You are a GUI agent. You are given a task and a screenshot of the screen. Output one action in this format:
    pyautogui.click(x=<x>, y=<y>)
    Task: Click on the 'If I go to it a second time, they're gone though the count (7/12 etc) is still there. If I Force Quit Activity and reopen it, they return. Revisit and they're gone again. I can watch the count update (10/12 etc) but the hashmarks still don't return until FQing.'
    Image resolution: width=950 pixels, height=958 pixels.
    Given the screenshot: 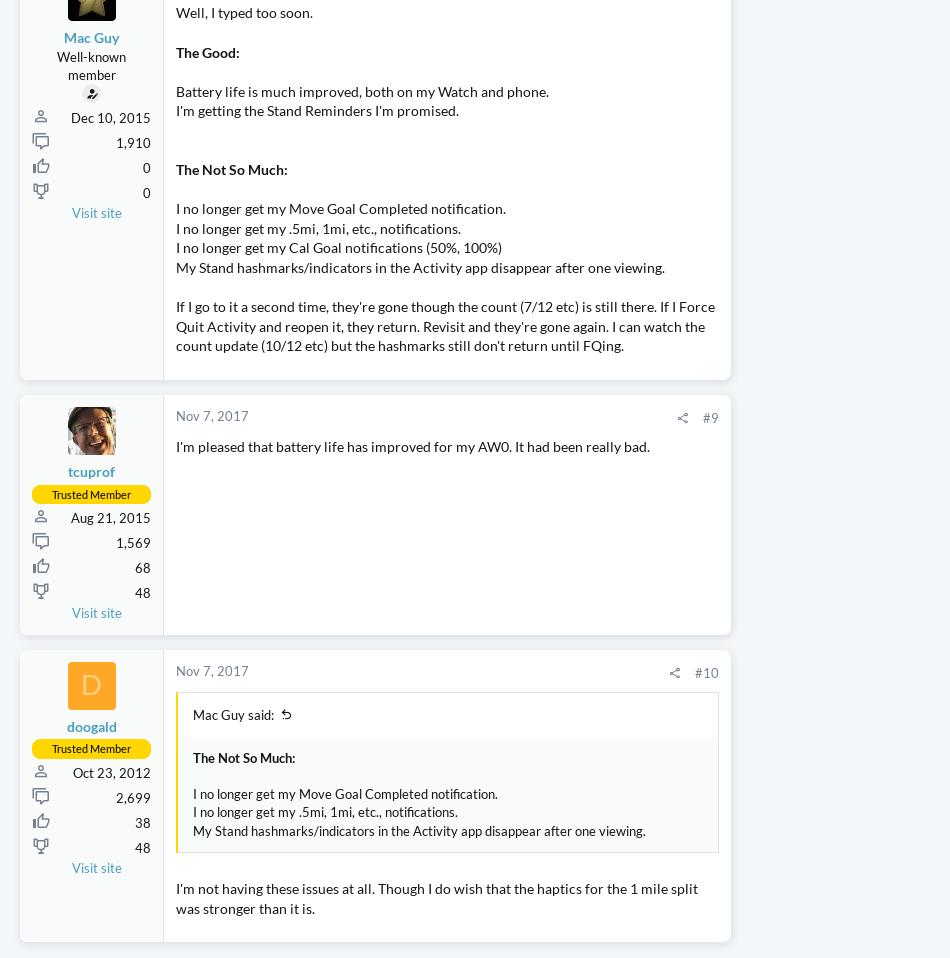 What is the action you would take?
    pyautogui.click(x=382, y=414)
    